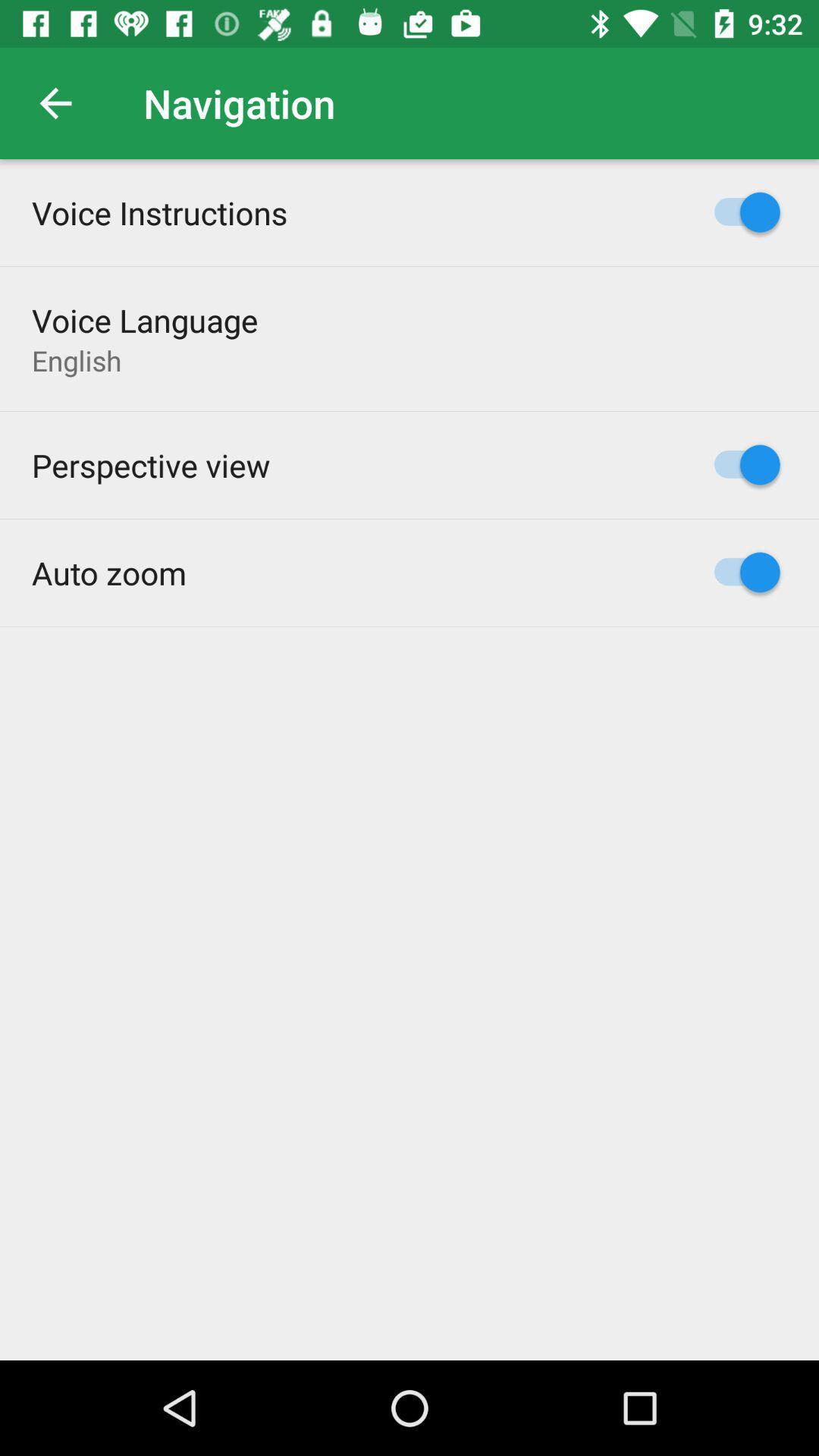 This screenshot has height=1456, width=819. I want to click on item above the auto zoom item, so click(151, 464).